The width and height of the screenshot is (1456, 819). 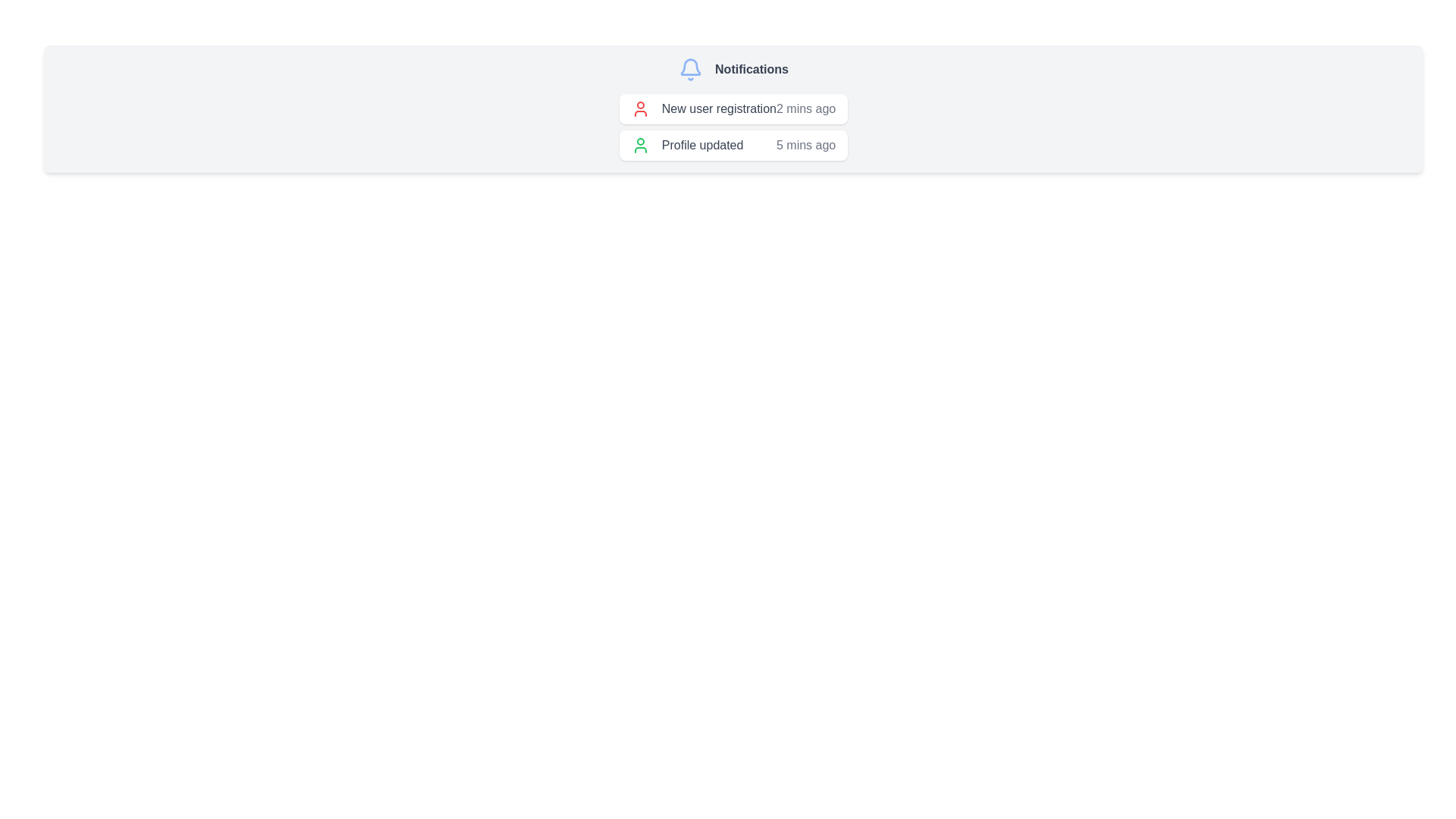 I want to click on the header element labeled 'Notifications' which contains a bell icon on the left side, so click(x=733, y=70).